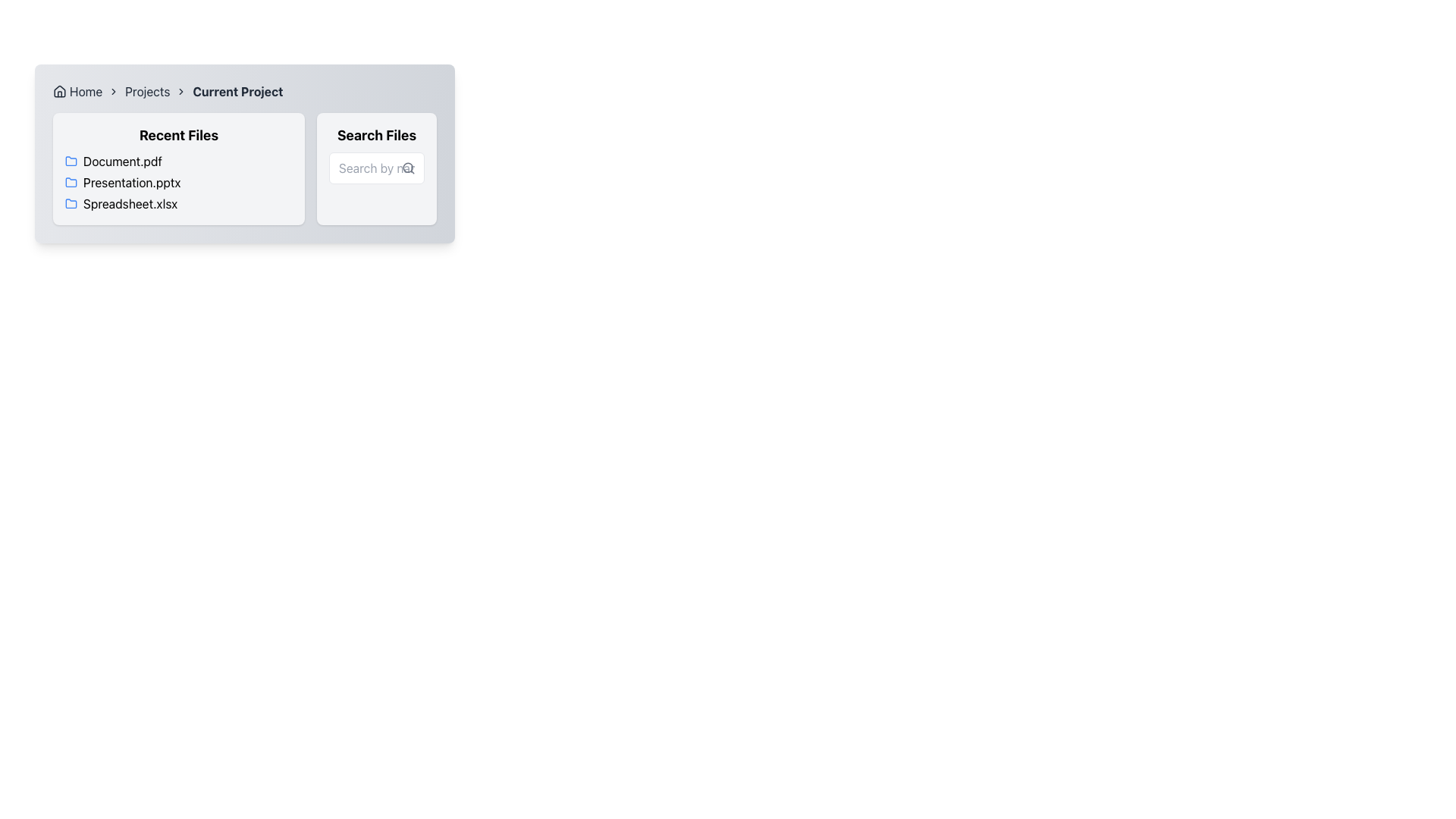  What do you see at coordinates (77, 91) in the screenshot?
I see `the Breadcrumb Navigation Link located at the top-left corner of the navigation bar` at bounding box center [77, 91].